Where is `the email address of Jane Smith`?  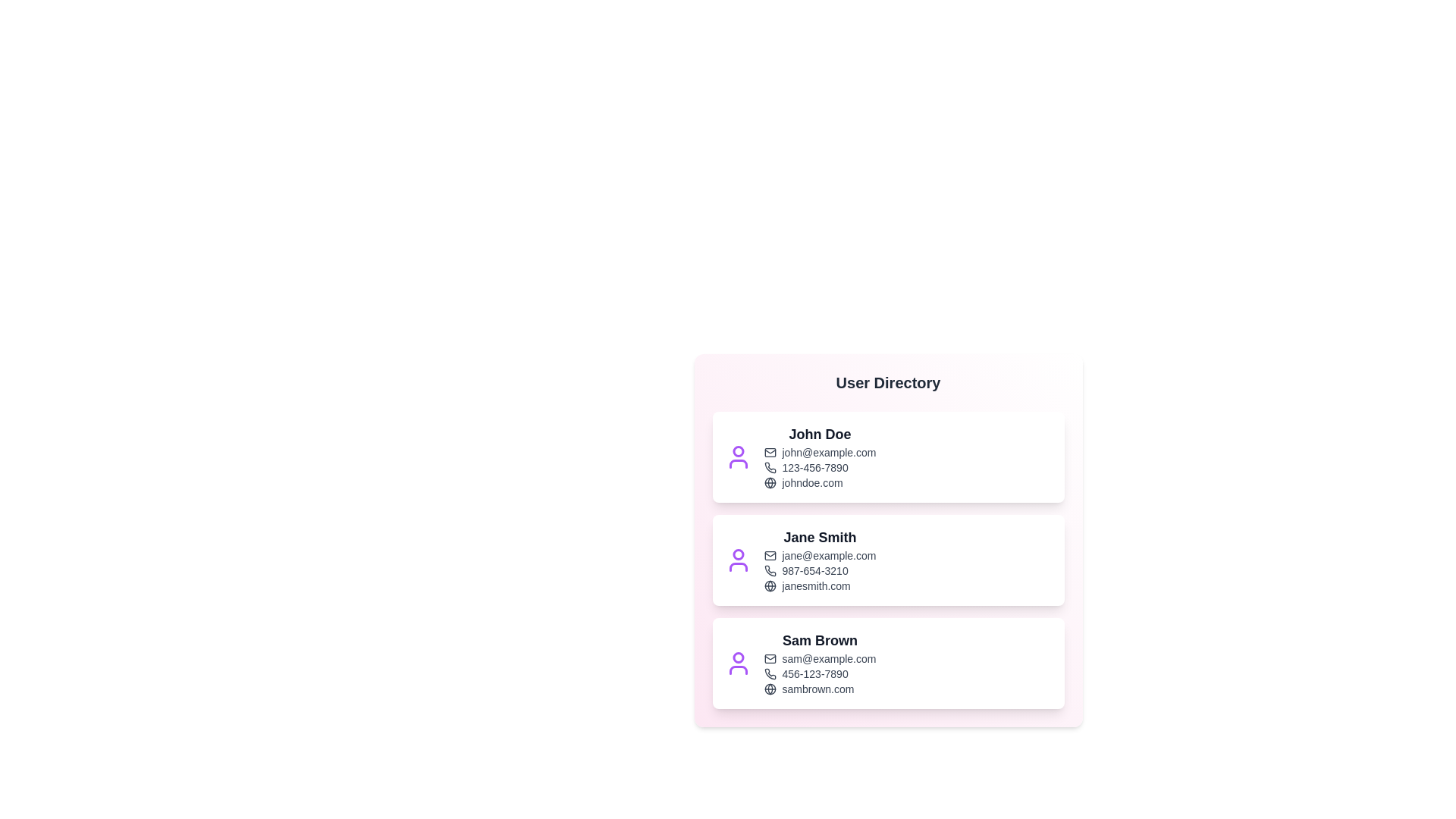 the email address of Jane Smith is located at coordinates (819, 555).